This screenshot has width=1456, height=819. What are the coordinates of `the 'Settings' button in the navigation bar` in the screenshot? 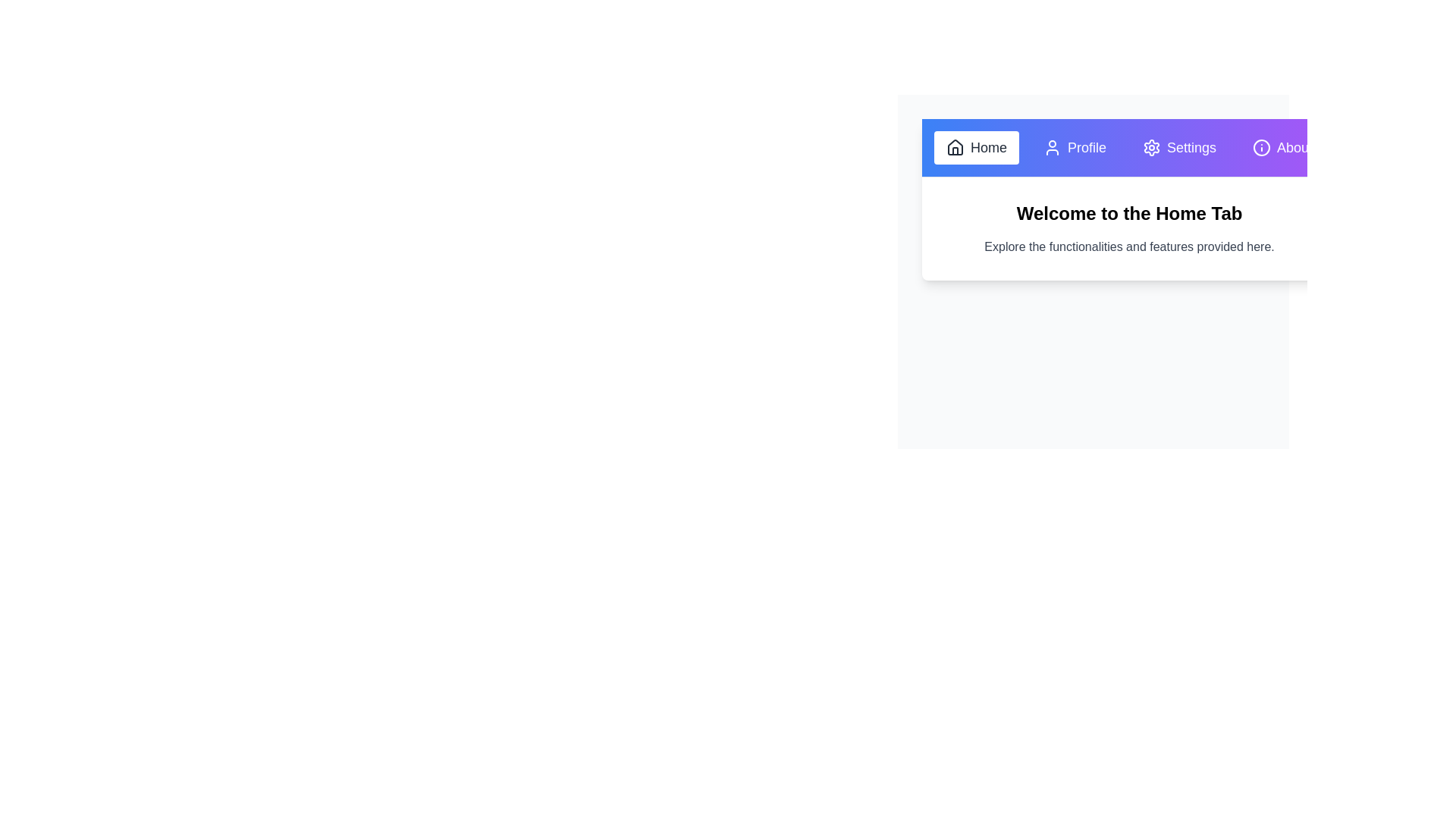 It's located at (1178, 148).